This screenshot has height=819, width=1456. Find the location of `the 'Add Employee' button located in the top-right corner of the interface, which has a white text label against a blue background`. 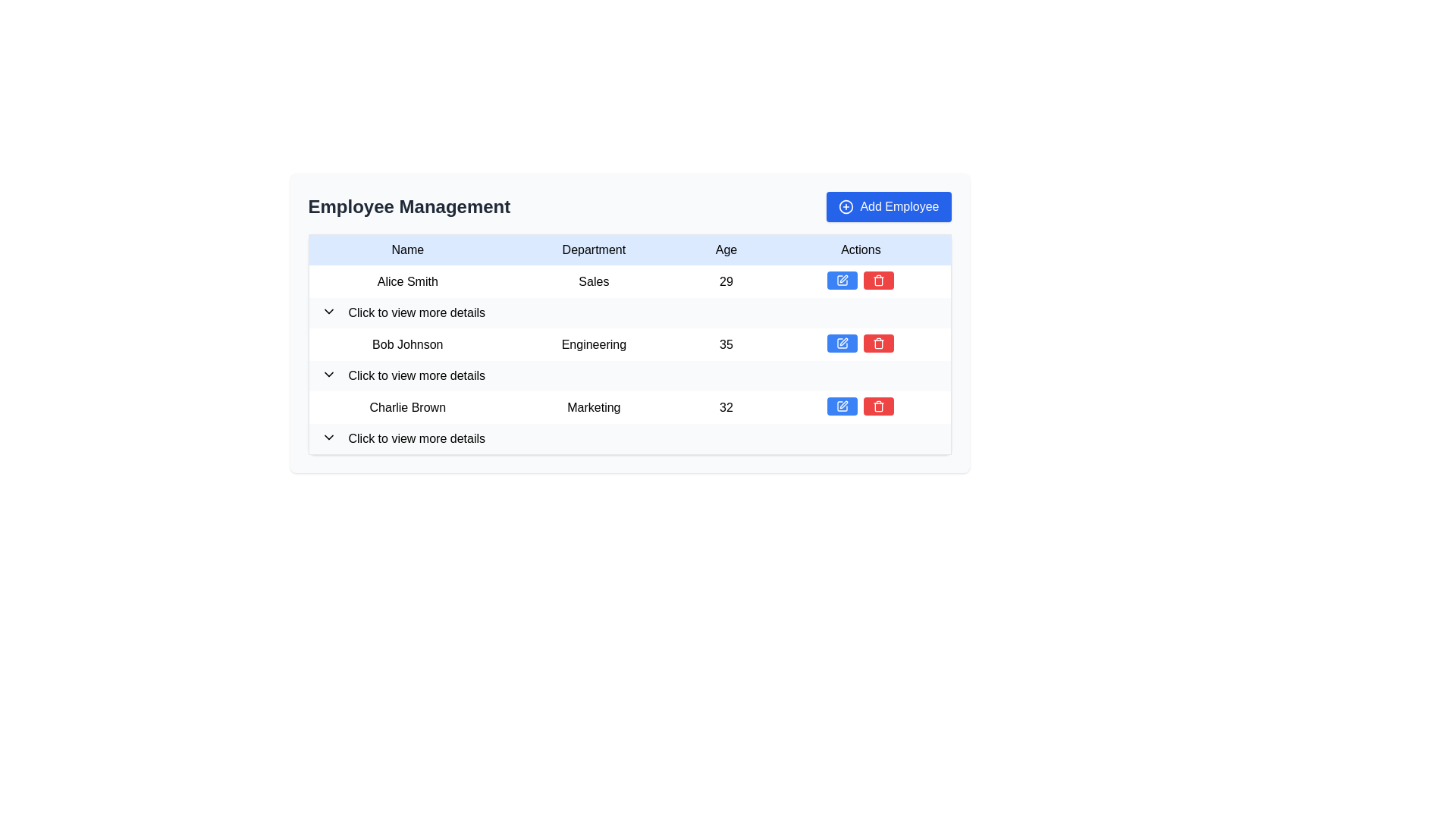

the 'Add Employee' button located in the top-right corner of the interface, which has a white text label against a blue background is located at coordinates (899, 207).